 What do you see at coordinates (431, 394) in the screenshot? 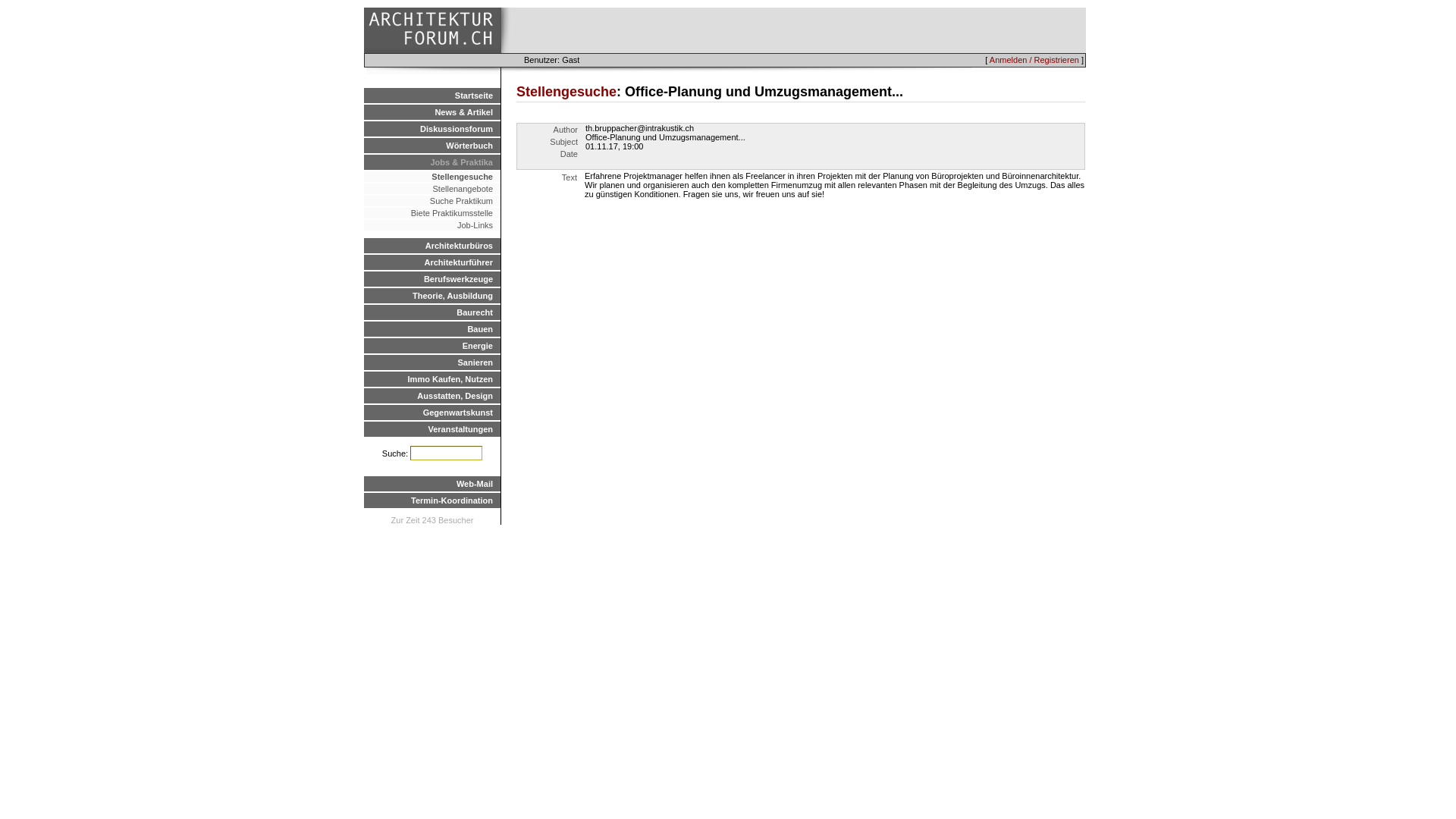
I see `'Ausstatten, Design'` at bounding box center [431, 394].